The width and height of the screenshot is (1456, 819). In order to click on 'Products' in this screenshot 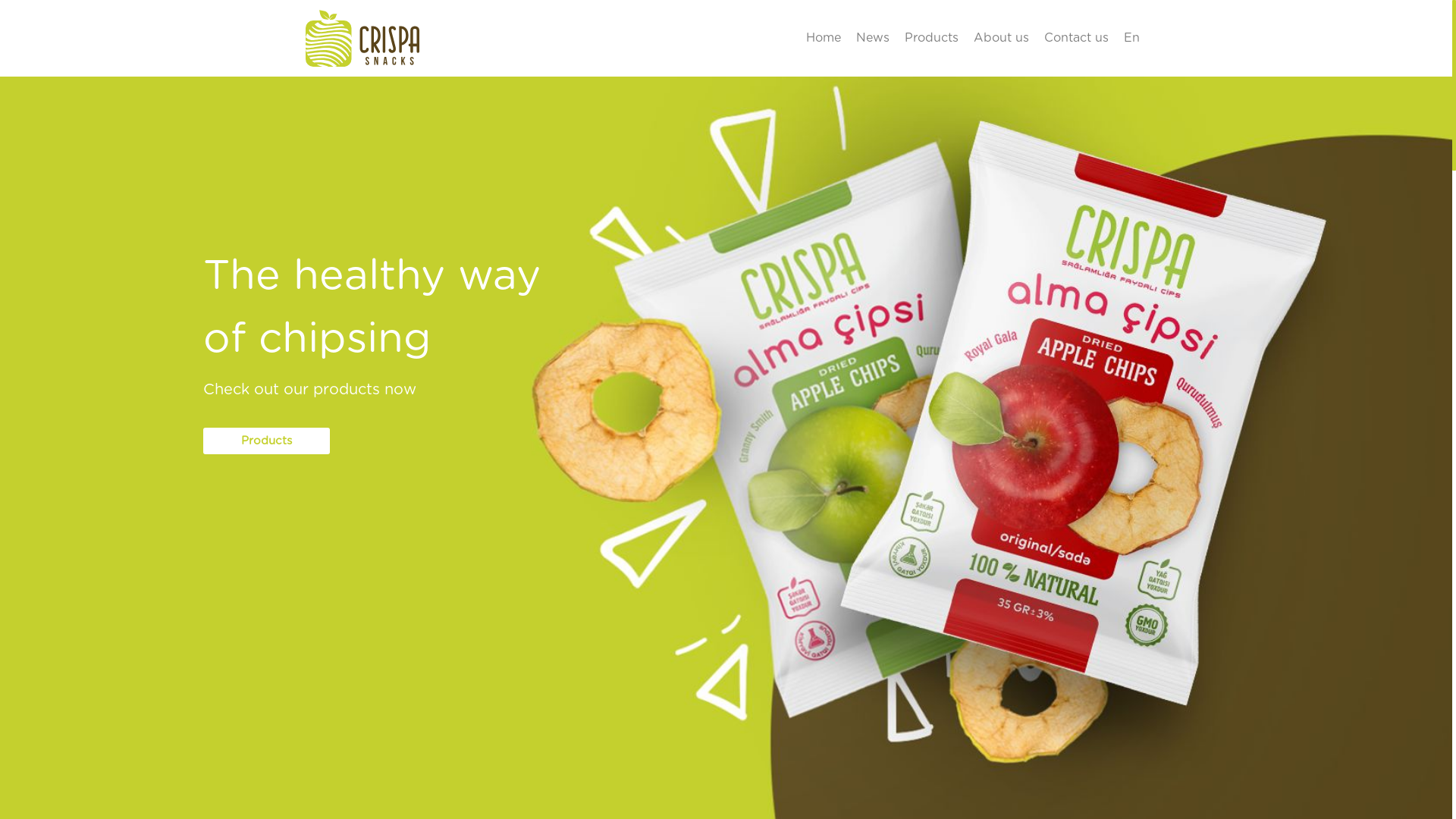, I will do `click(266, 441)`.